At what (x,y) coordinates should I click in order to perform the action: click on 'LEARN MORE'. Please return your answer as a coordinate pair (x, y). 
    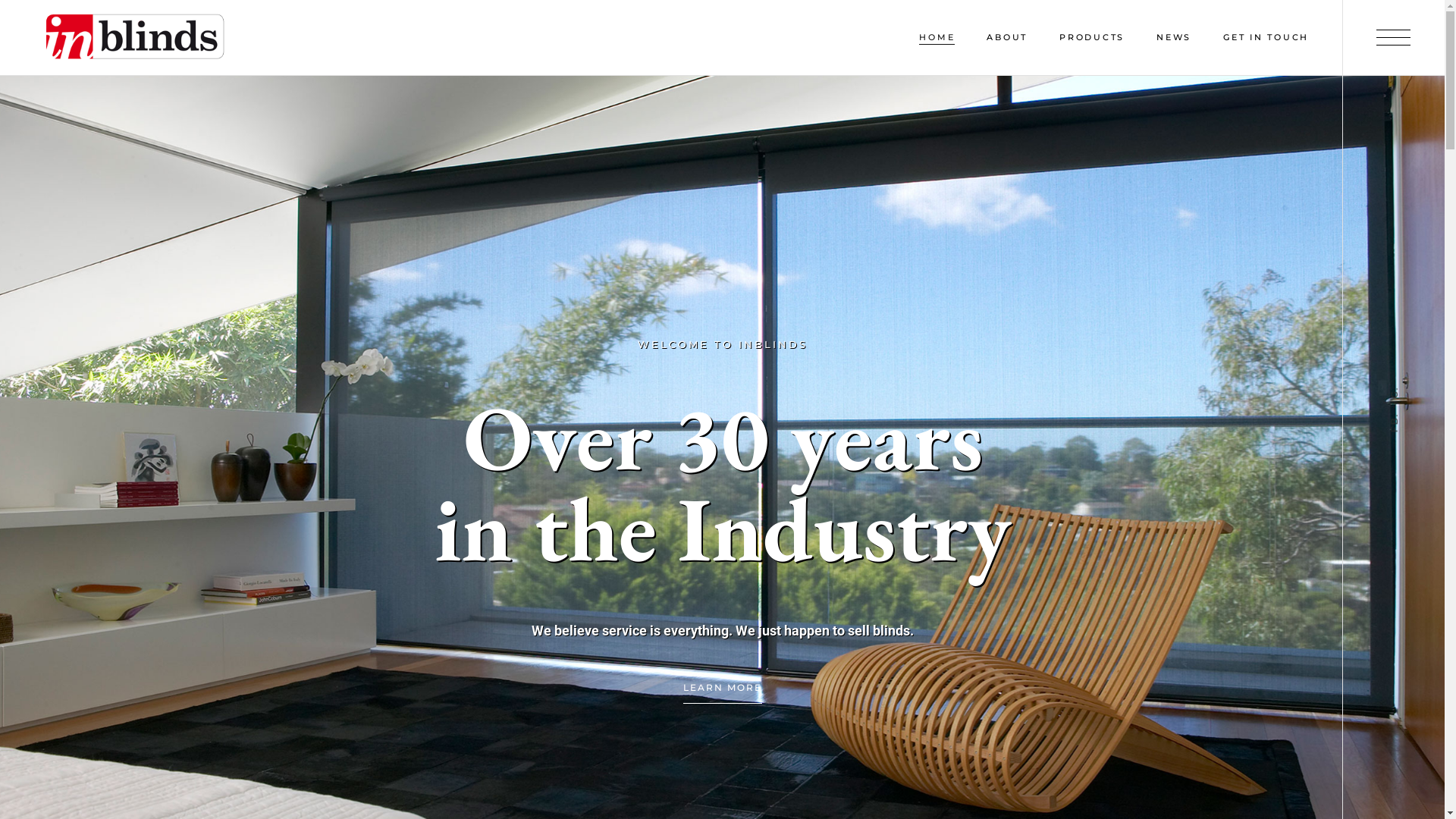
    Looking at the image, I should click on (720, 688).